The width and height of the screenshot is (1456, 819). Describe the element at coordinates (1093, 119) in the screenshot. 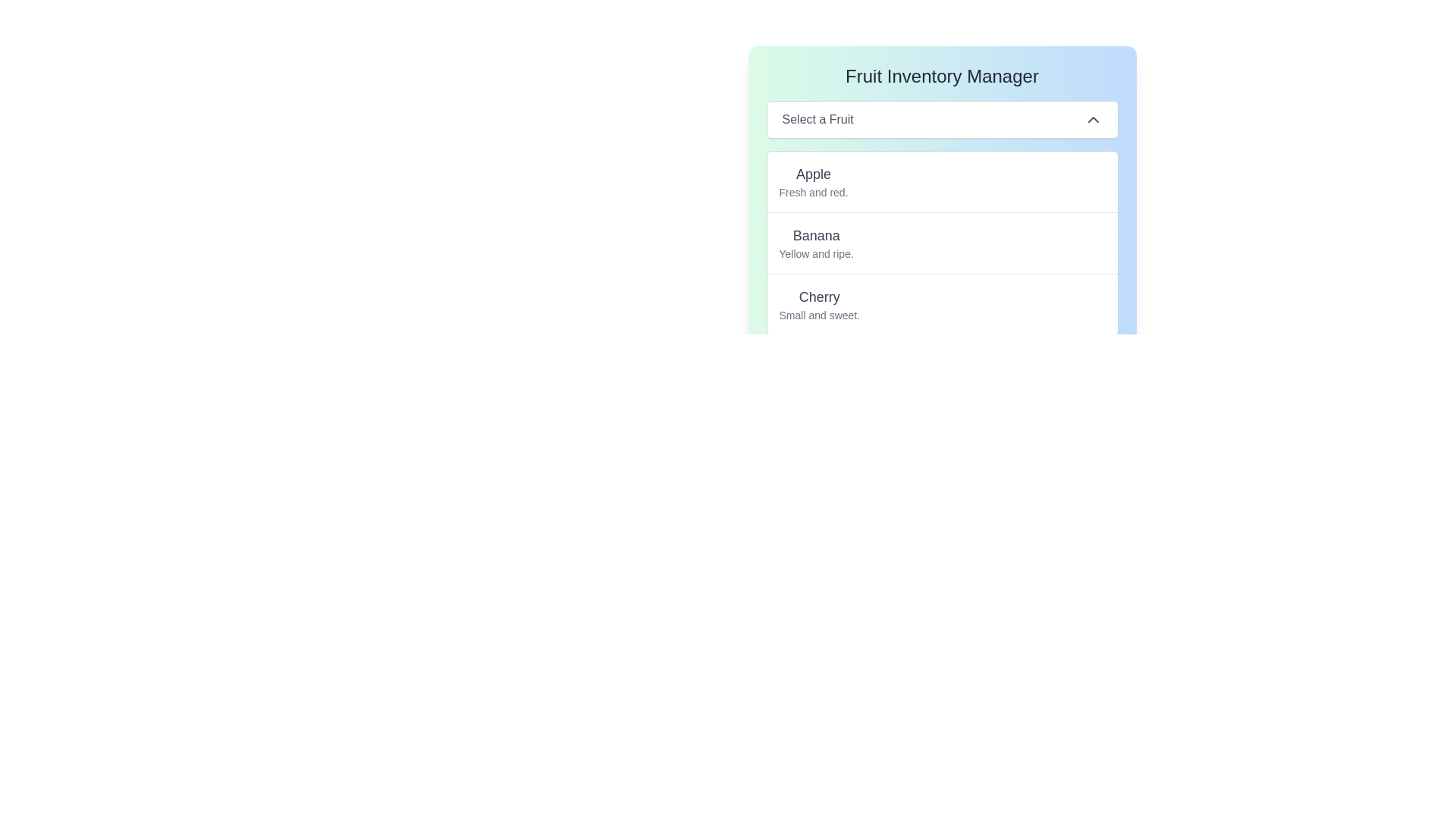

I see `the upward-pointing chevron icon located on the rightmost side of the 'Select a Fruit' section, which is styled with a simple line drawing on a transparent background` at that location.